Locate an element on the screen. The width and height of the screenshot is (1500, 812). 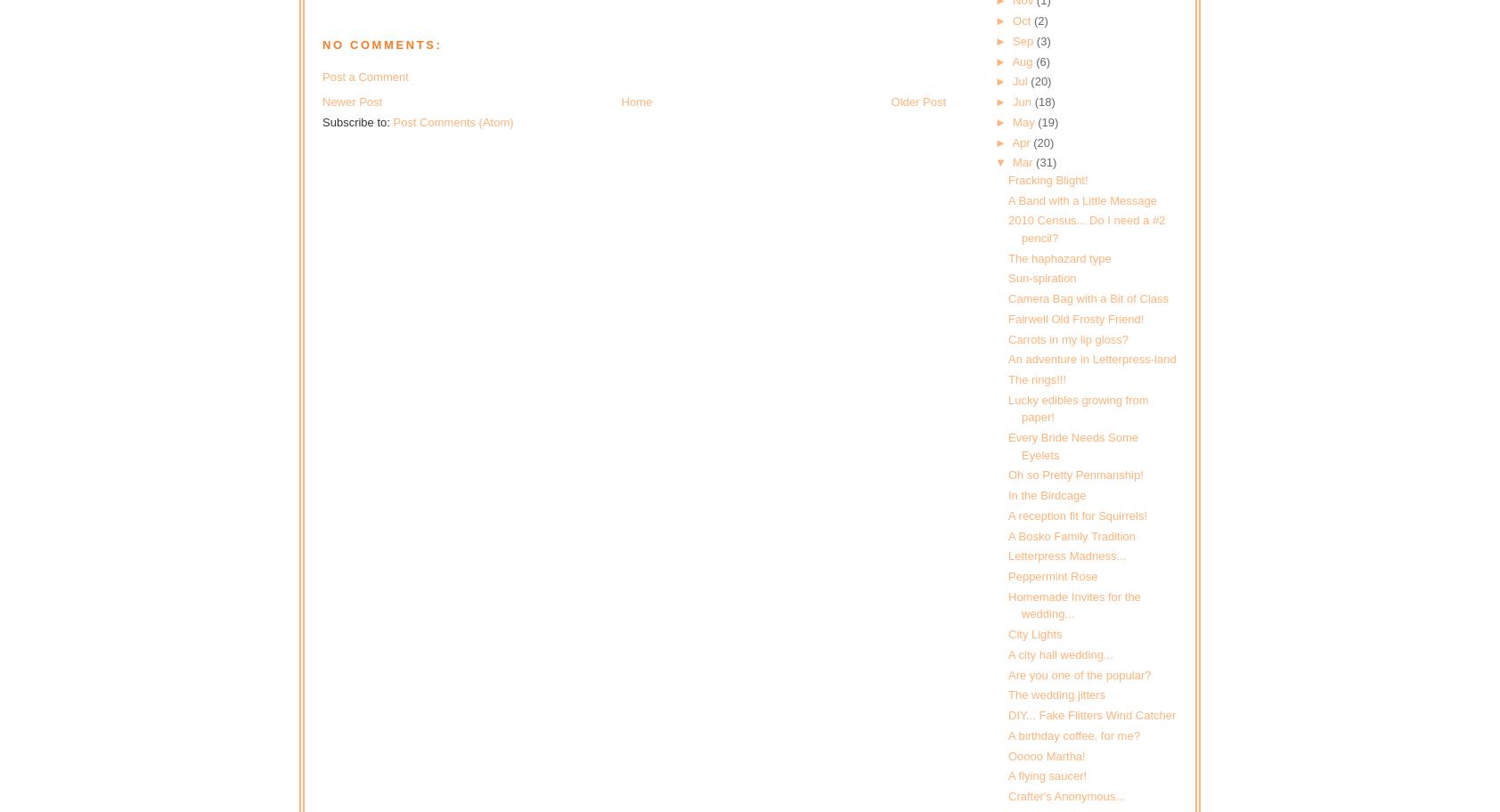
'Letterpress Madness...' is located at coordinates (1066, 556).